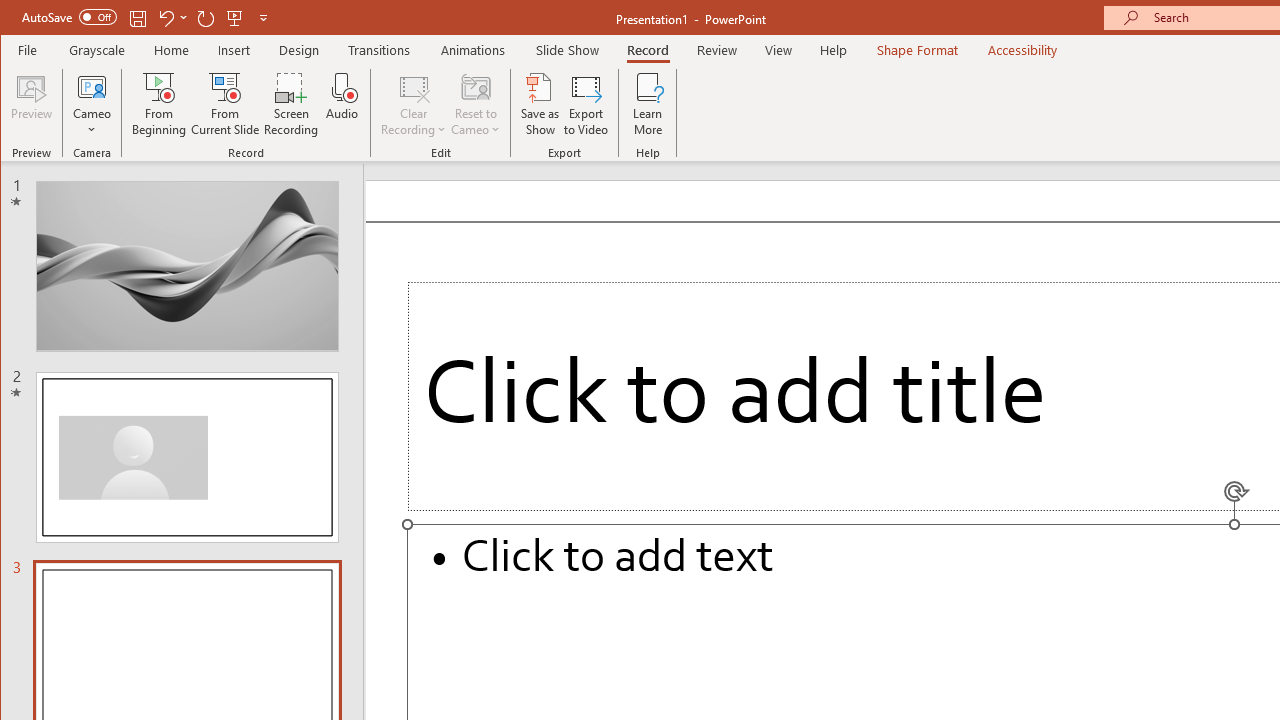 The image size is (1280, 720). Describe the element at coordinates (585, 104) in the screenshot. I see `'Export to Video'` at that location.